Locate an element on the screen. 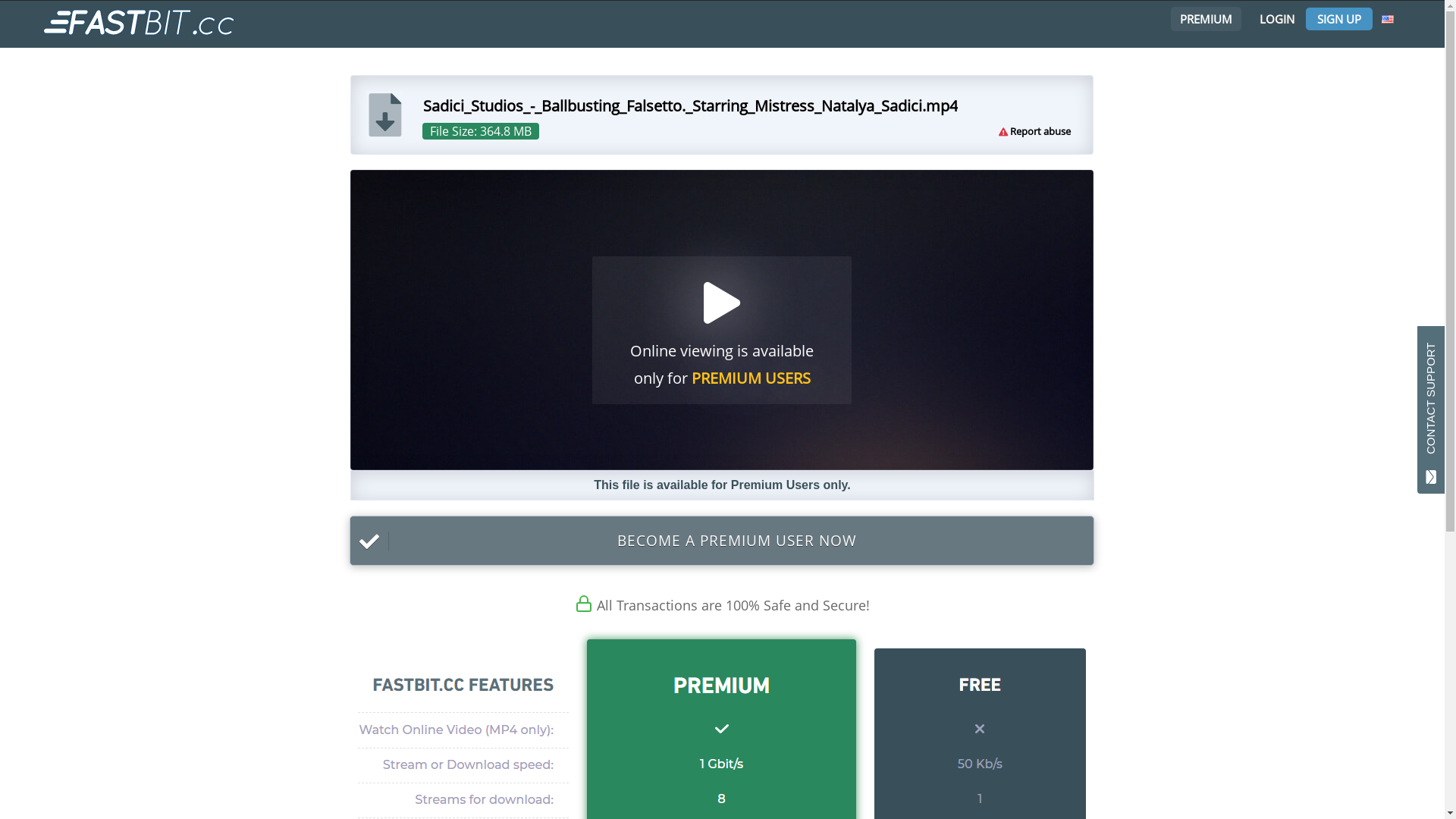 This screenshot has width=1456, height=819. 'Online viewing is available is located at coordinates (721, 318).